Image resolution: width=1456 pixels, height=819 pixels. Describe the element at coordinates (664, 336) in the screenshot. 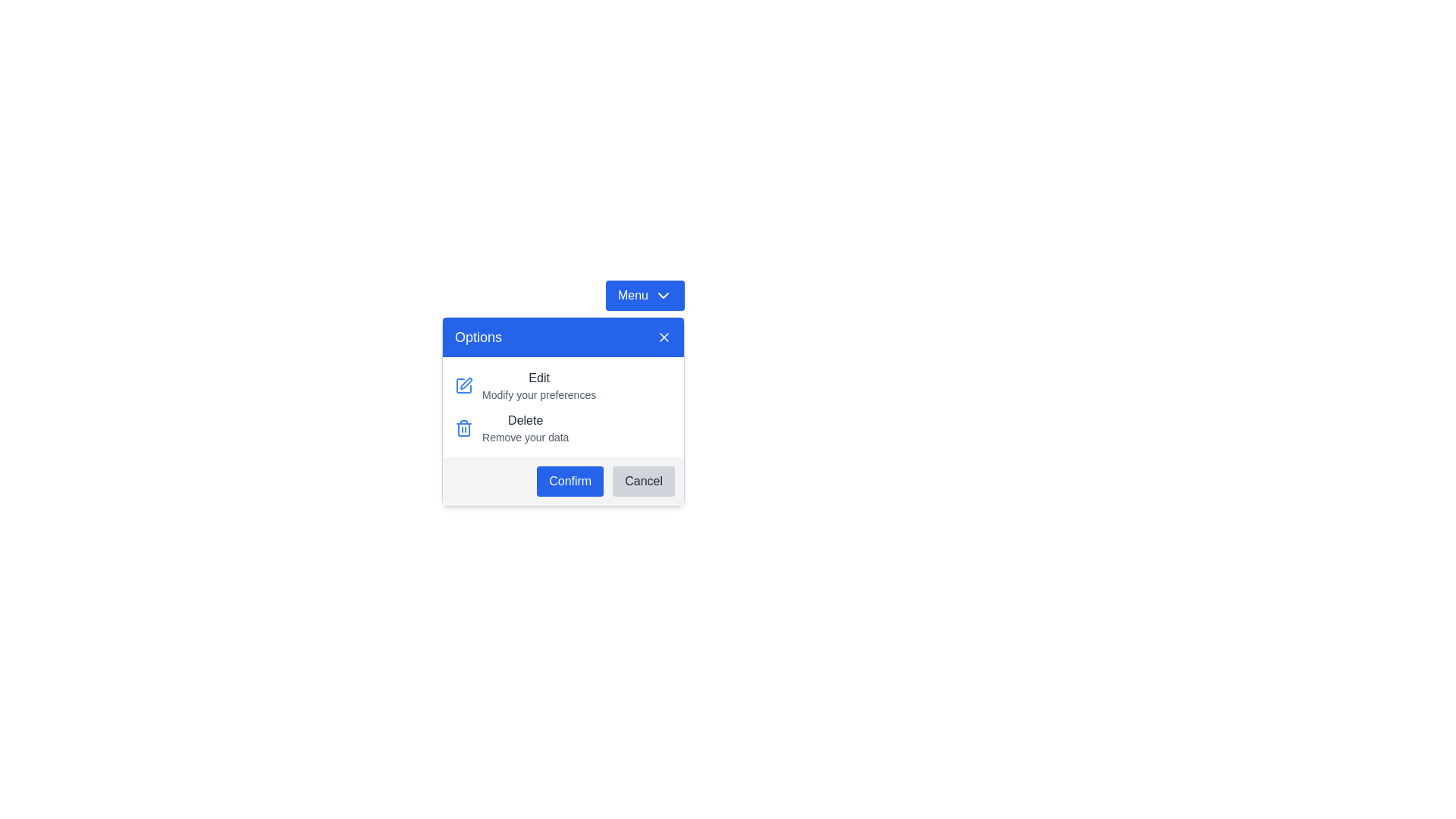

I see `the close icon represented by an 'X' symbol in white on a blue background, located in the top-right corner of the blue header bar labeled 'Options'` at that location.